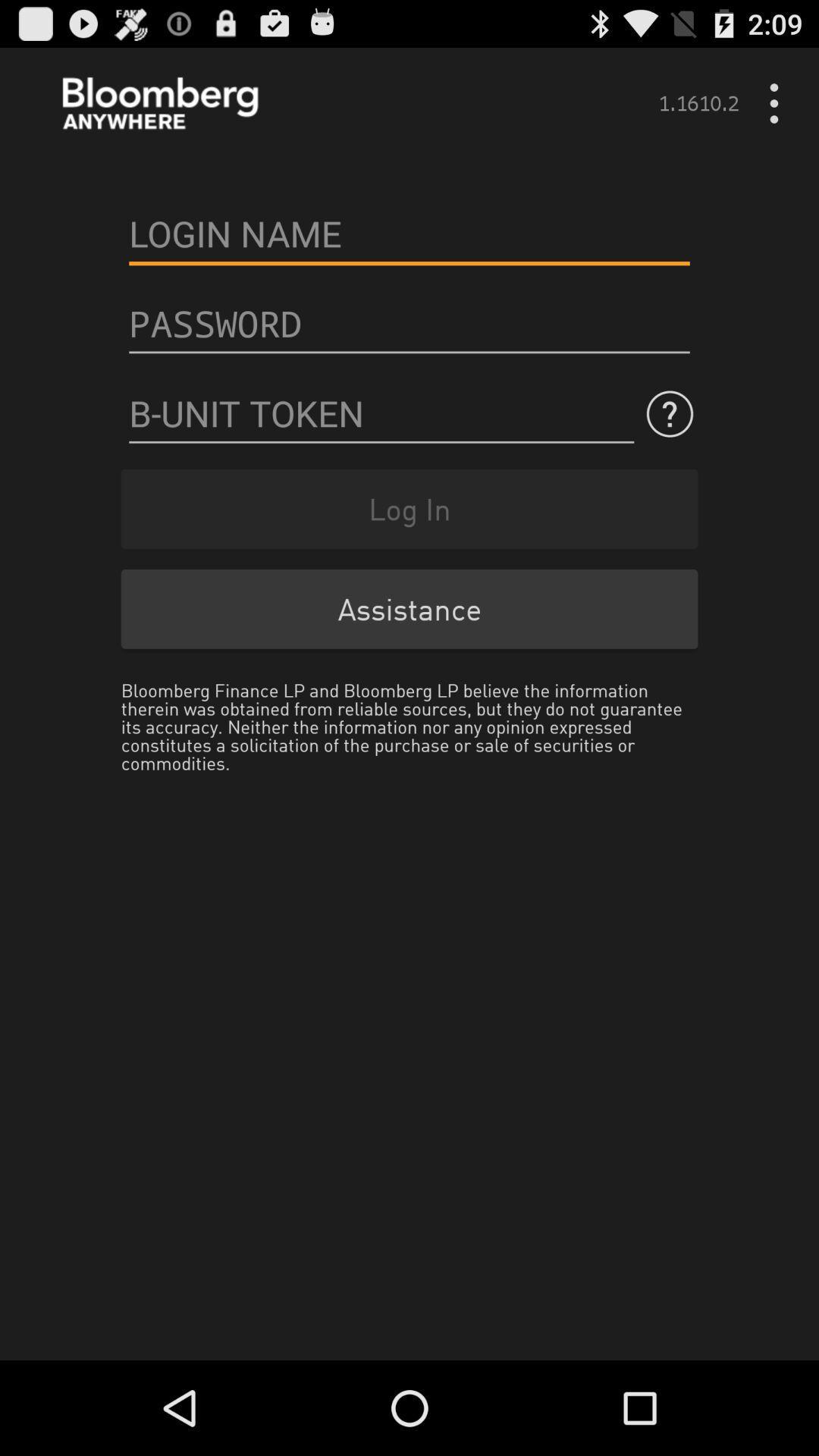  Describe the element at coordinates (409, 323) in the screenshot. I see `password` at that location.